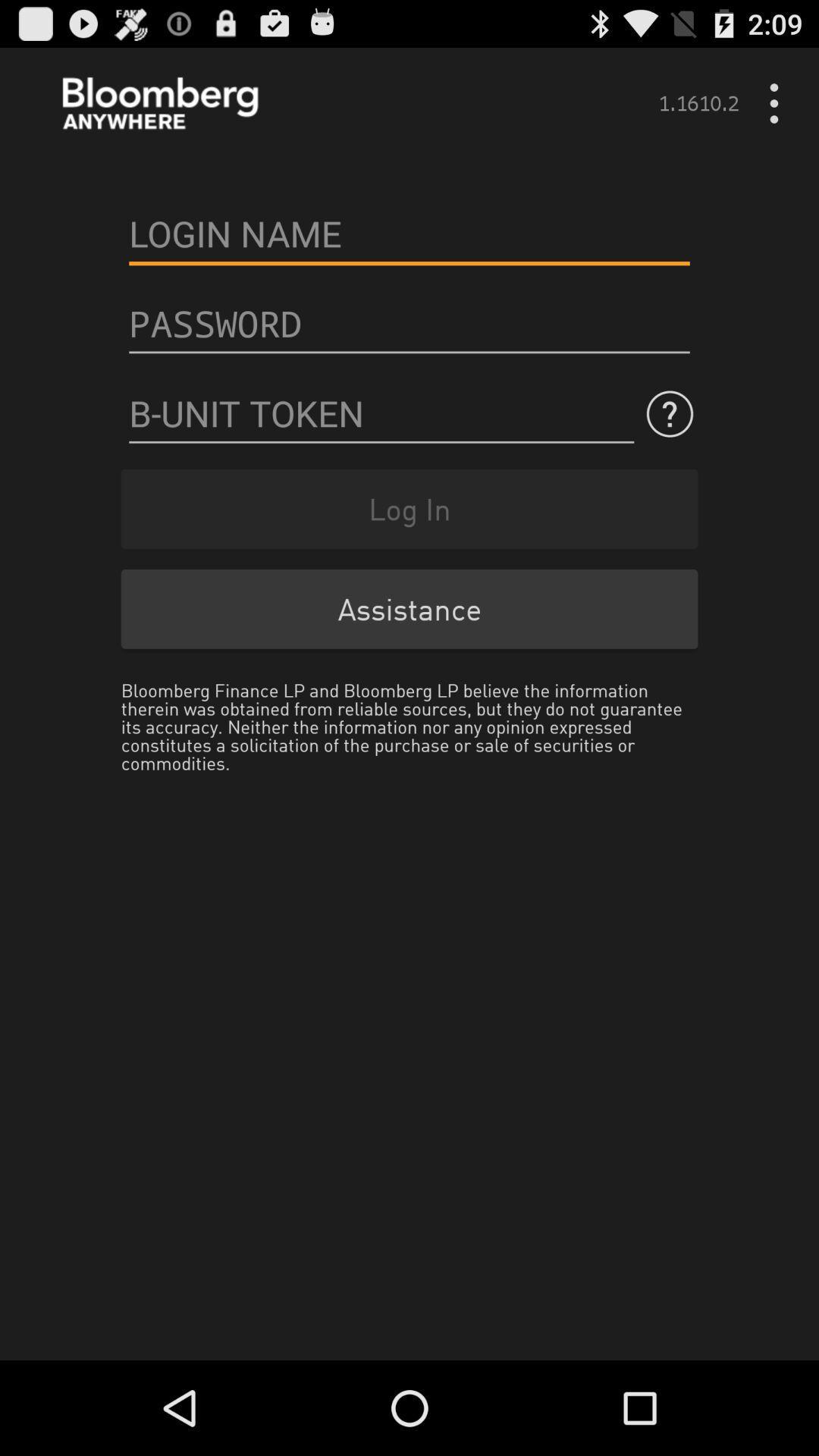  Describe the element at coordinates (409, 323) in the screenshot. I see `password` at that location.